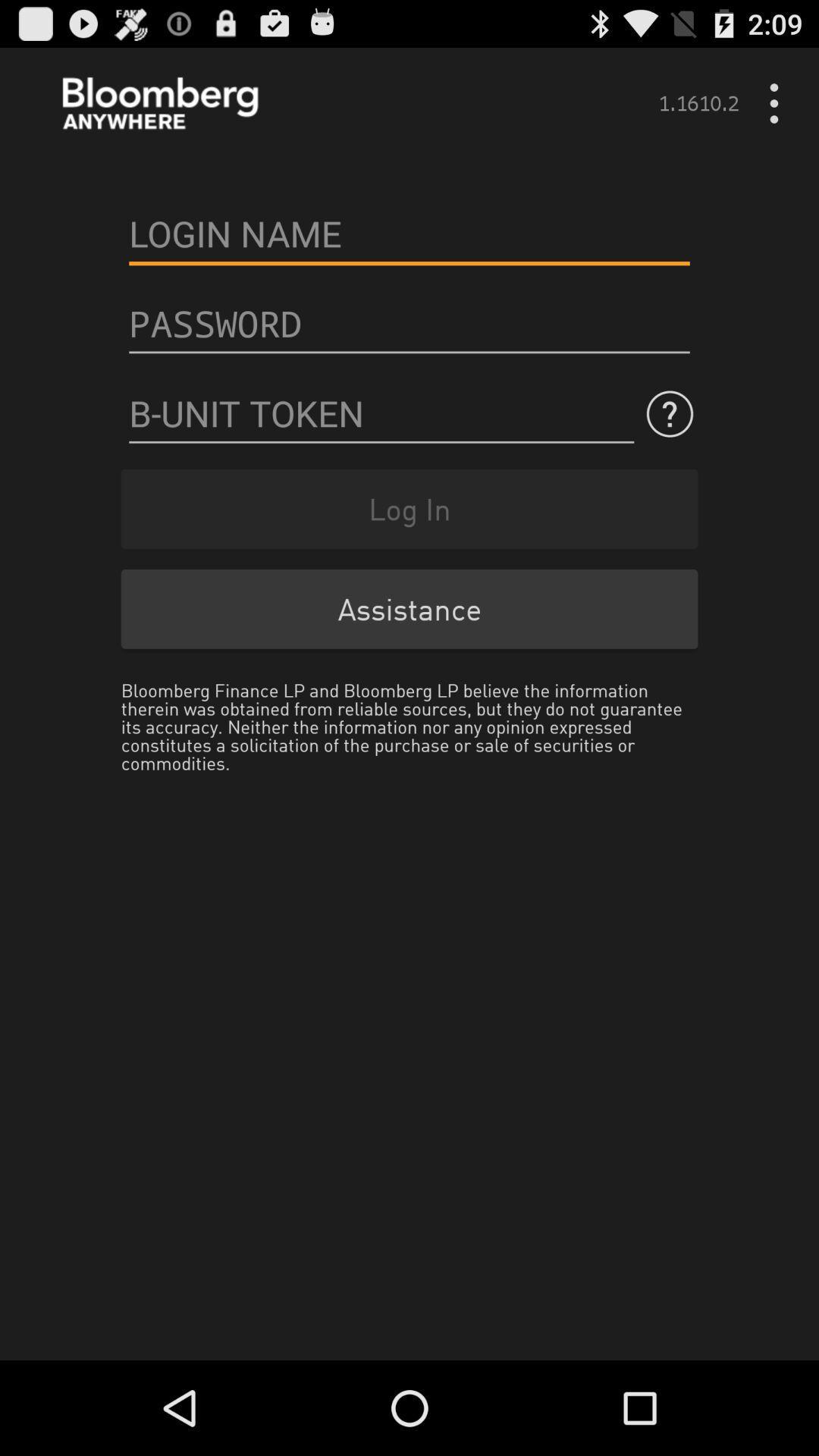  Describe the element at coordinates (409, 323) in the screenshot. I see `password` at that location.